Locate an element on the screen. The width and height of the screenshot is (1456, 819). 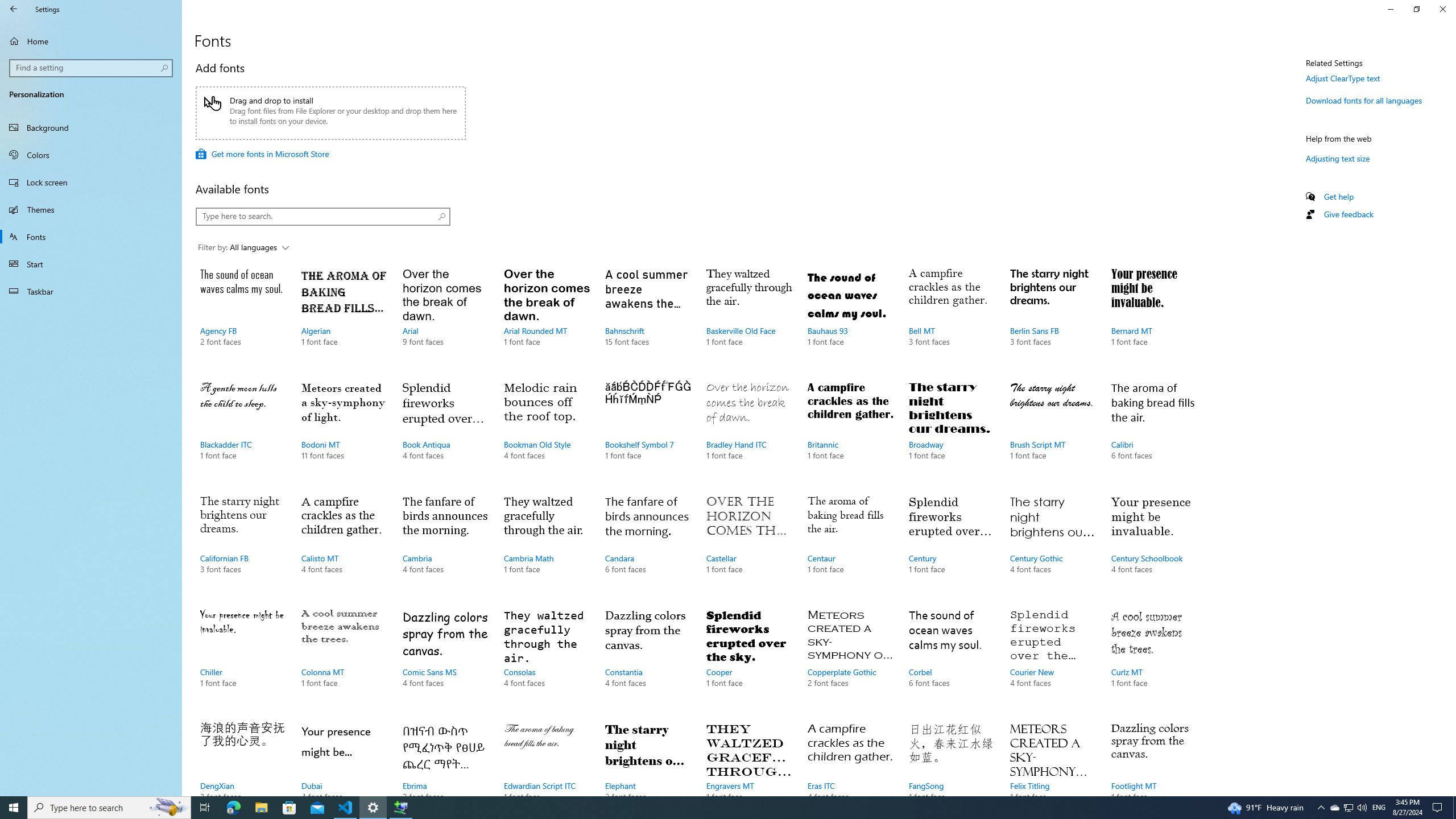
'Century Schoolbook, 4 font faces' is located at coordinates (1153, 545).